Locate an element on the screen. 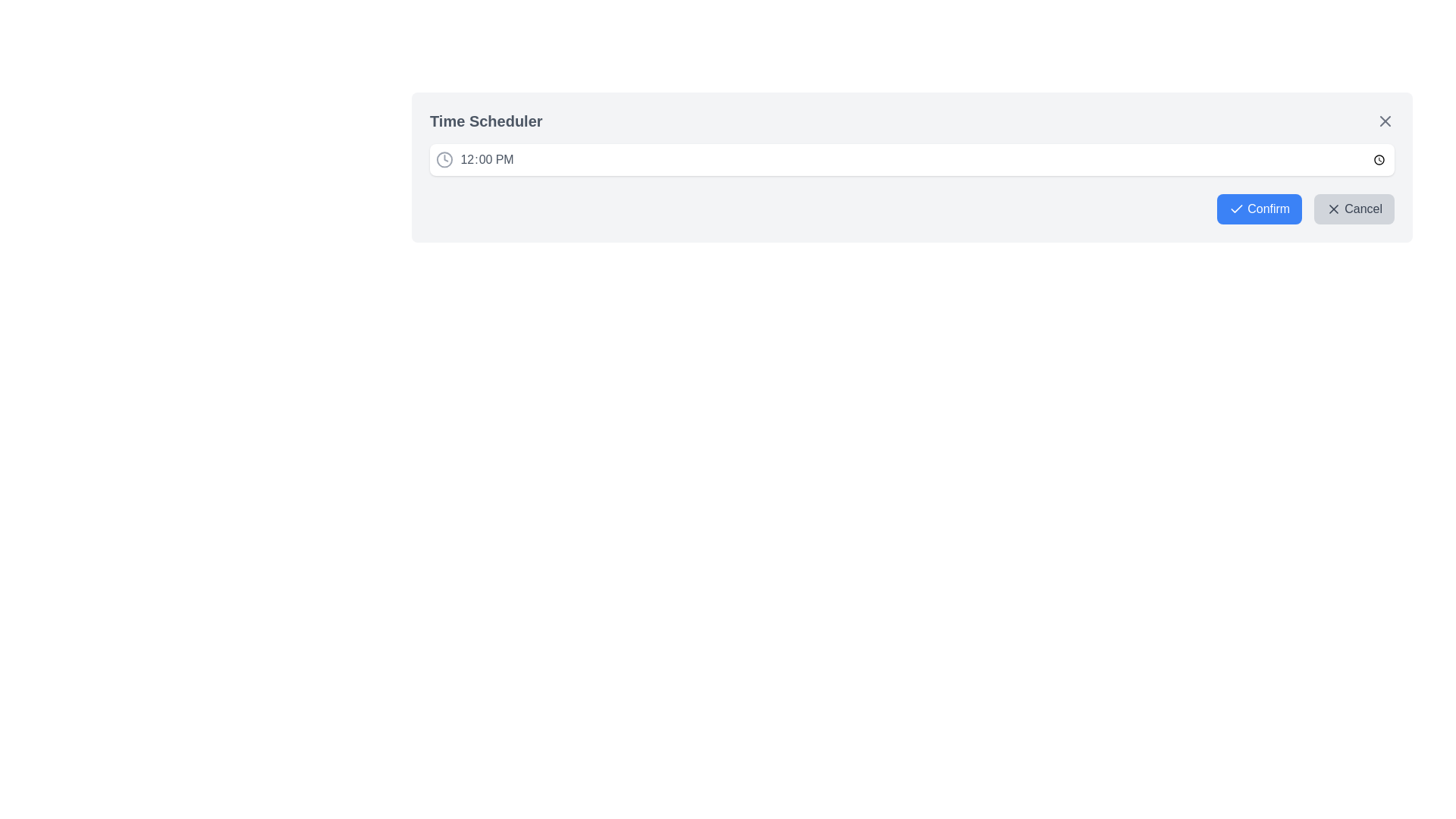 Image resolution: width=1456 pixels, height=819 pixels. the cancel icon, which is represented by an 'X' symbol and is located within the 'Cancel' button at the bottom-right corner of the modal UI is located at coordinates (1333, 209).